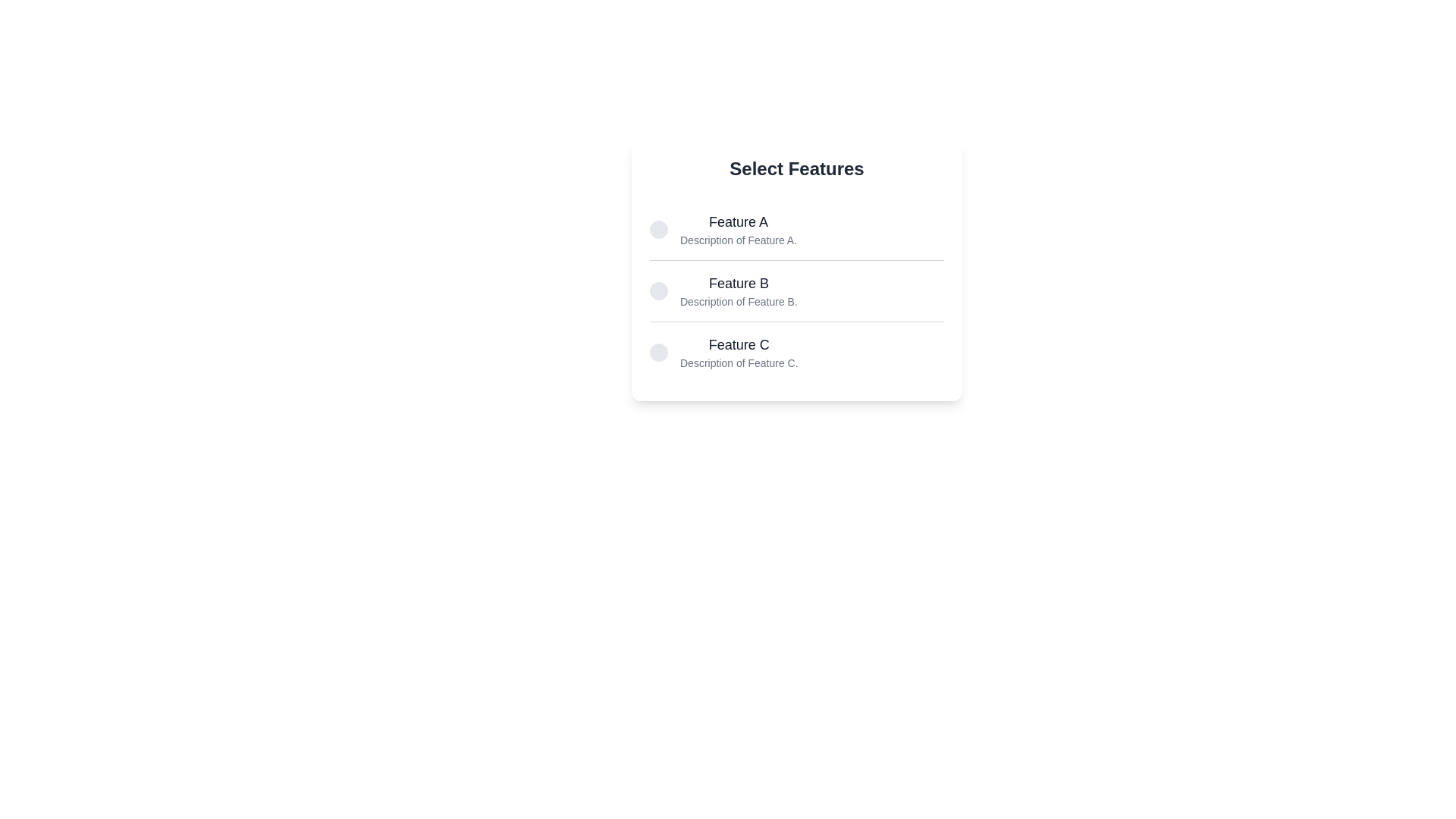 This screenshot has width=1456, height=819. Describe the element at coordinates (739, 291) in the screenshot. I see `the text label displaying 'Feature B' and its description 'Description of Feature B', which is the second entry in a list of features within a card interface` at that location.